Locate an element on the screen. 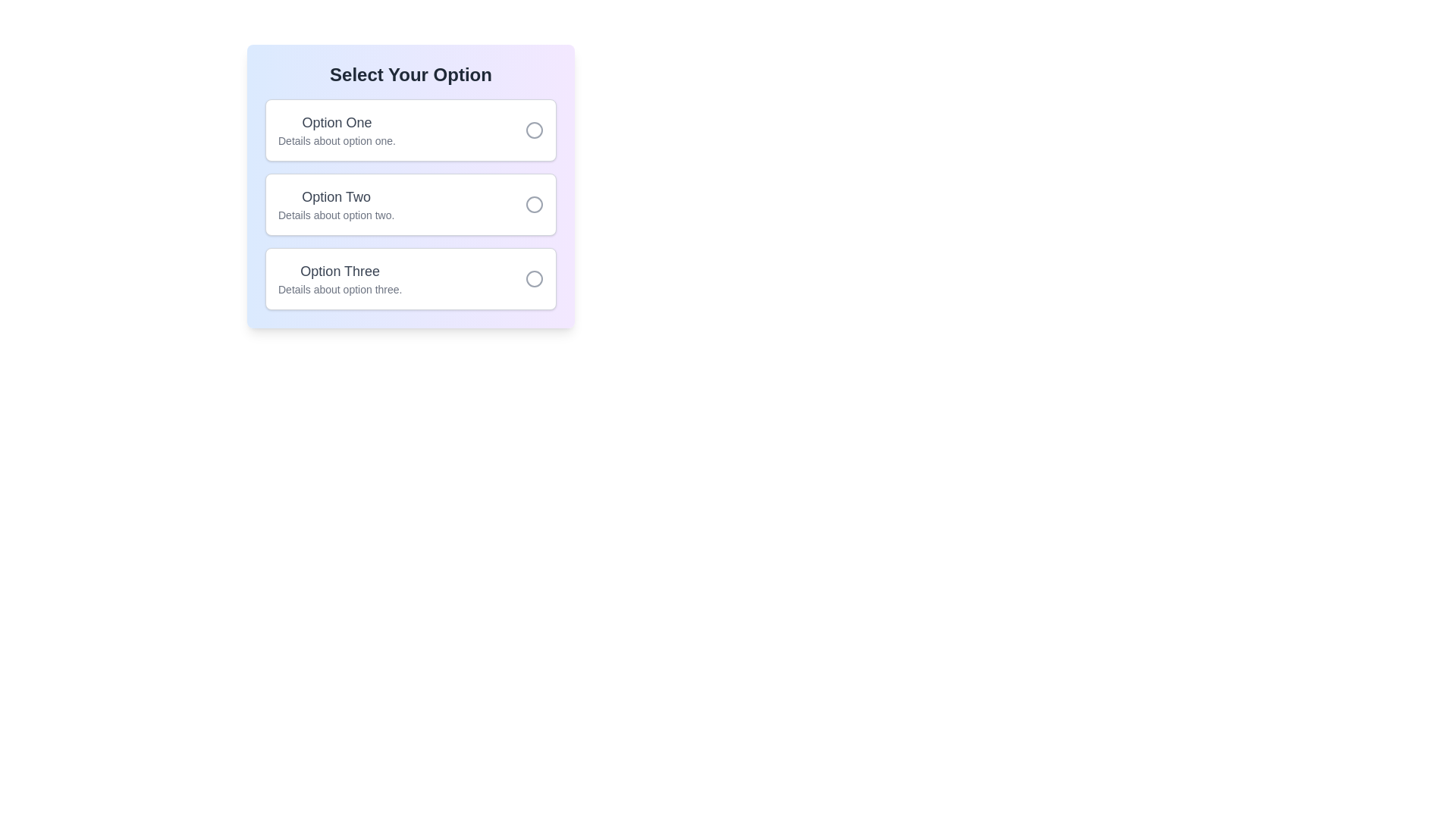 The width and height of the screenshot is (1456, 819). the option 2 by clicking on it is located at coordinates (411, 205).